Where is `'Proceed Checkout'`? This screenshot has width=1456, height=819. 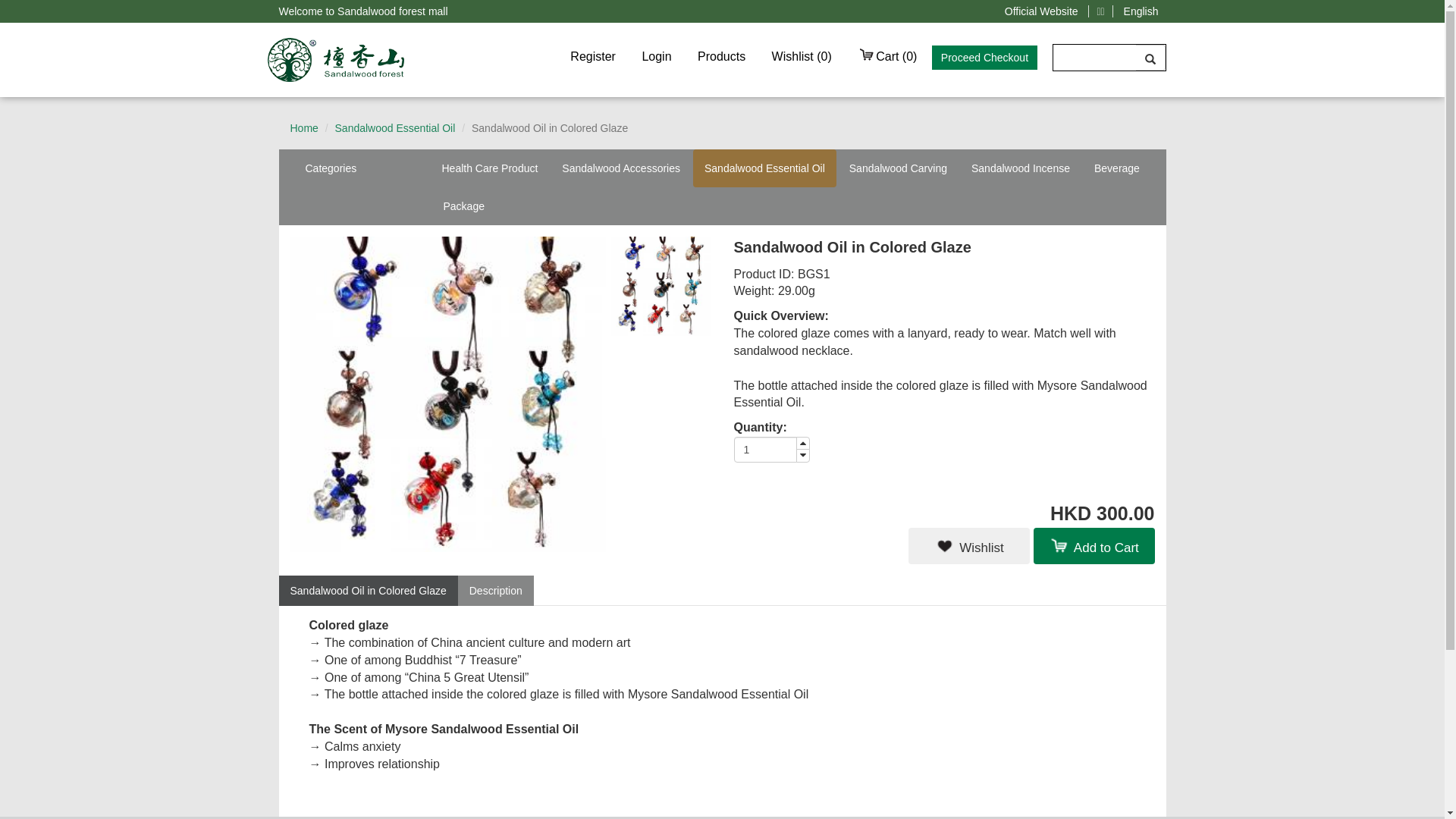 'Proceed Checkout' is located at coordinates (984, 57).